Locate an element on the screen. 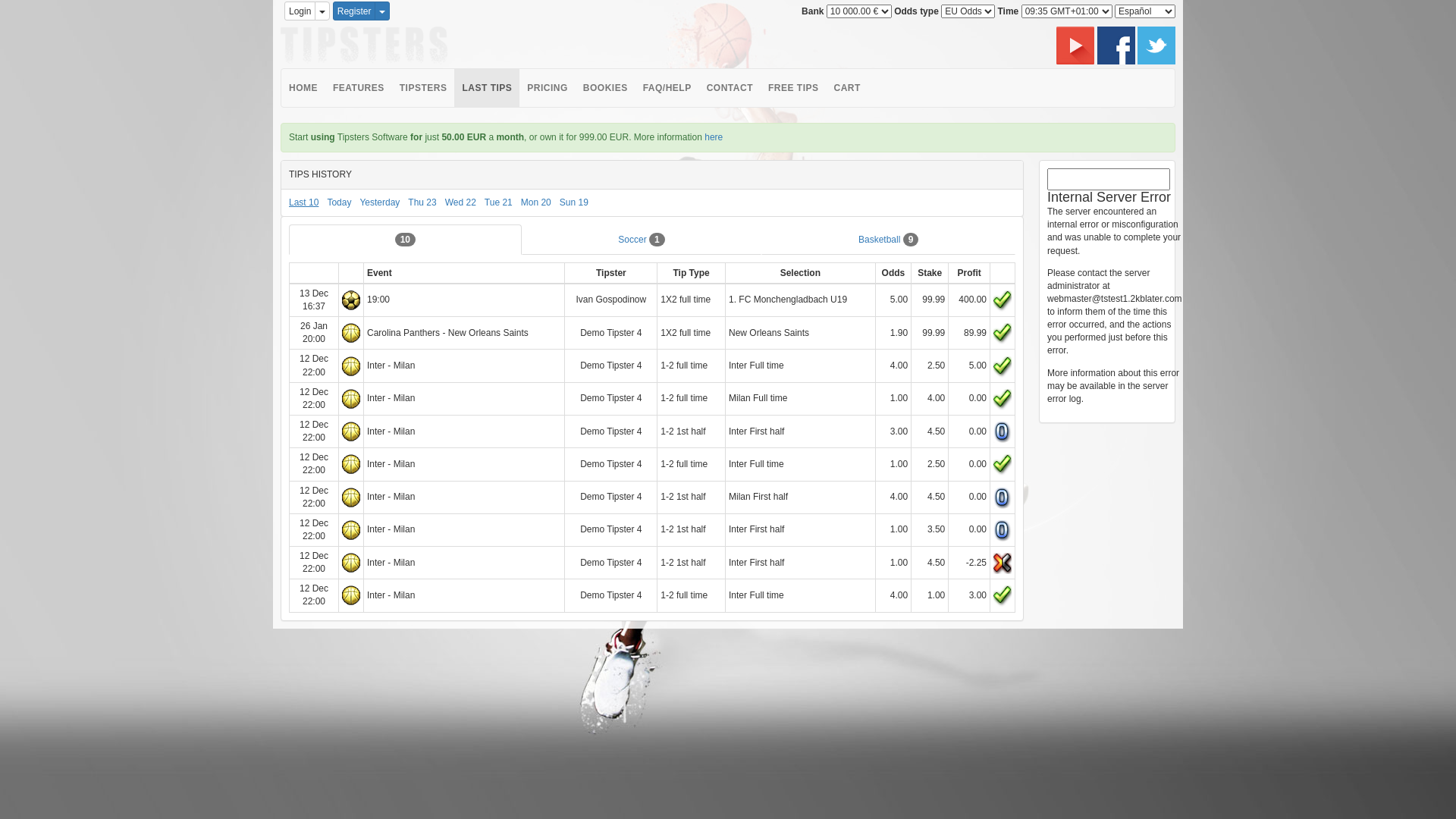 This screenshot has height=819, width=1456. 'FAQ/HELP' is located at coordinates (667, 87).